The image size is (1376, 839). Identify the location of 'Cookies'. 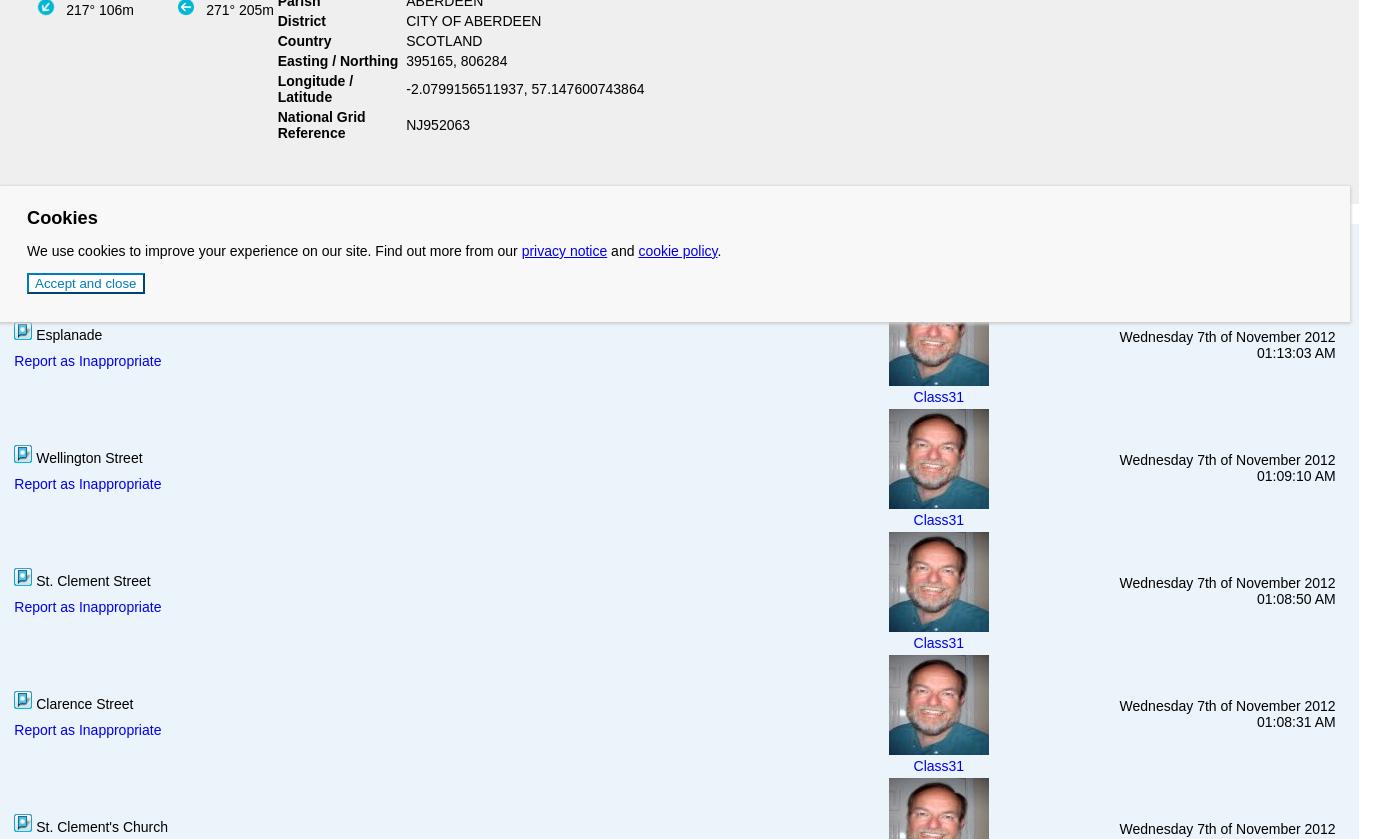
(61, 216).